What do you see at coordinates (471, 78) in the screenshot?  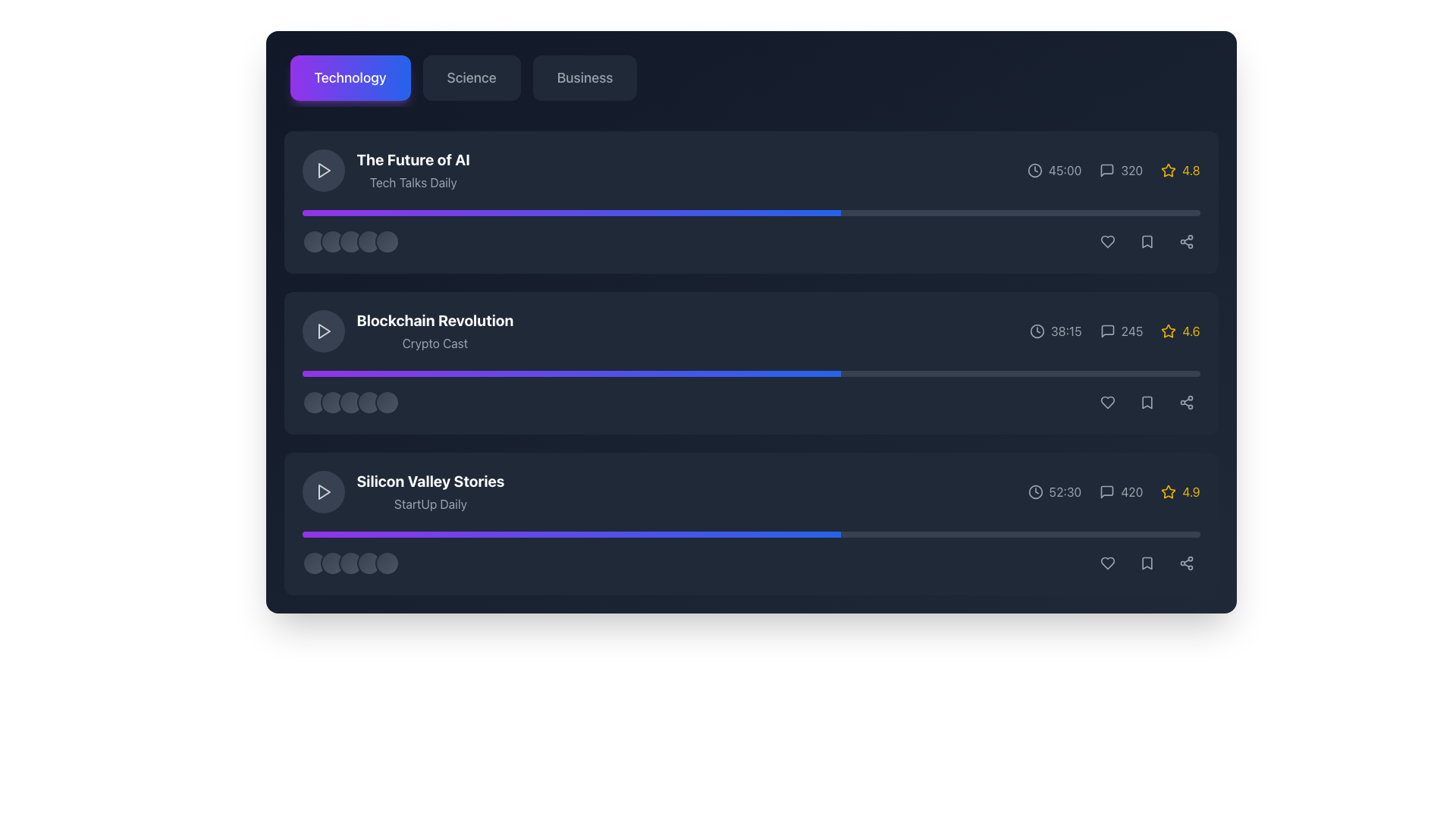 I see `the 'Science' button, which is the second button in a horizontal row of three buttons` at bounding box center [471, 78].